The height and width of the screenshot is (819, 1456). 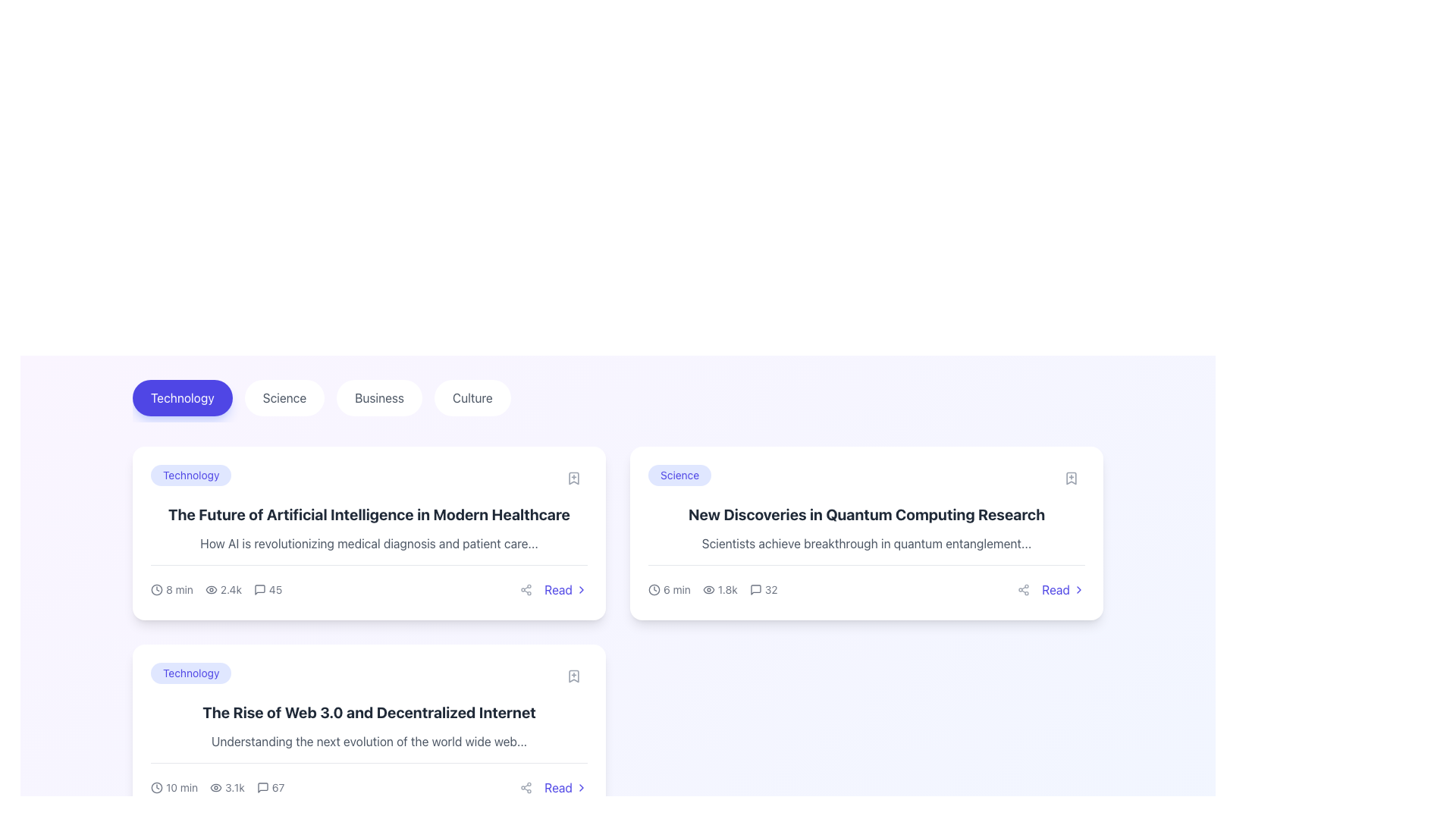 I want to click on the bookmark icon button located at the top-right corner of the first card in the 'Technology' section to bookmark the article titled 'The Future of Artificial Intelligence in Modern Healthcare.', so click(x=573, y=479).